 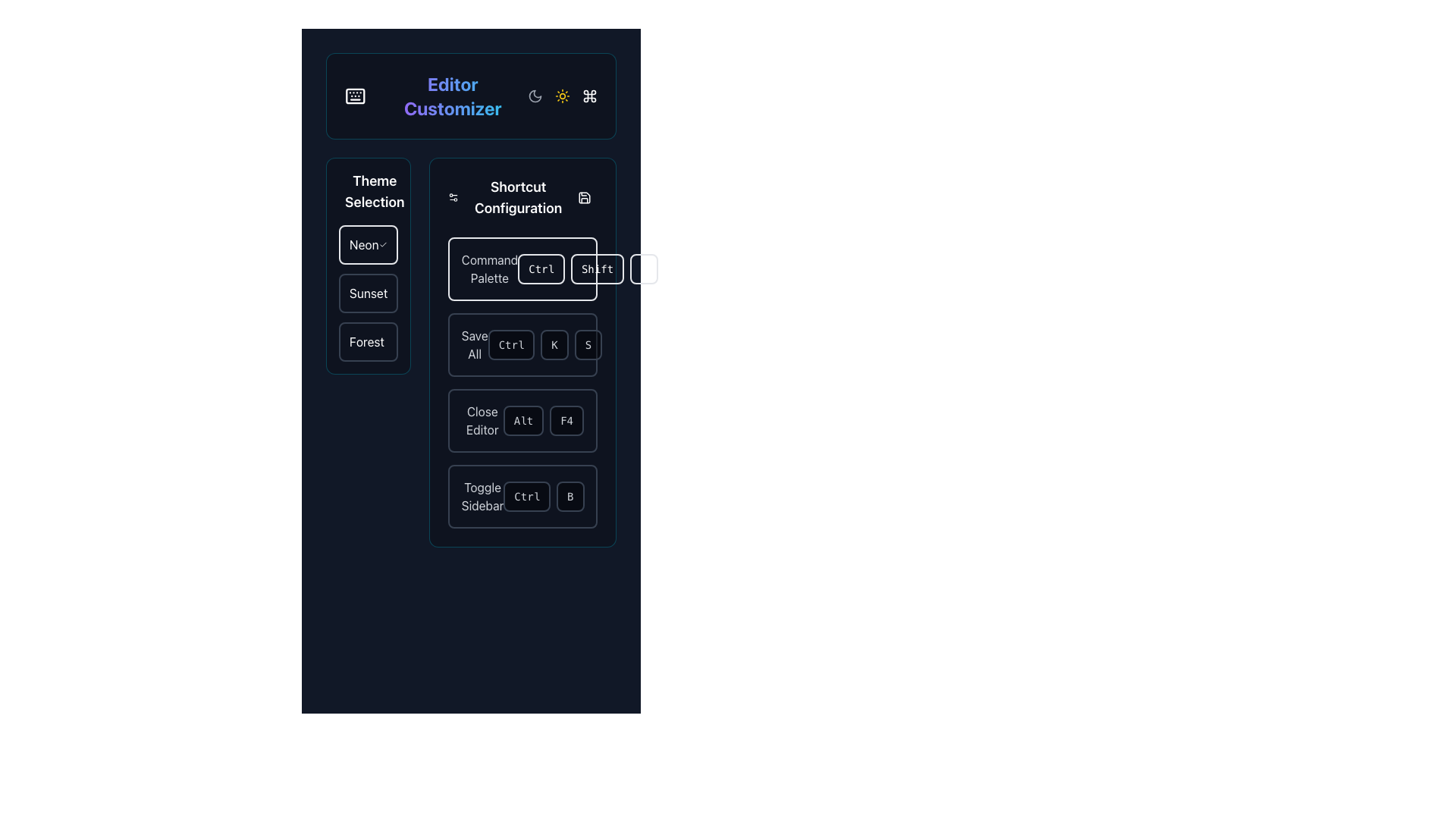 What do you see at coordinates (511, 345) in the screenshot?
I see `the 'Ctrl' button in the 'Shortcut Configuration' section, which is the first button in the sequence for 'Save All'` at bounding box center [511, 345].